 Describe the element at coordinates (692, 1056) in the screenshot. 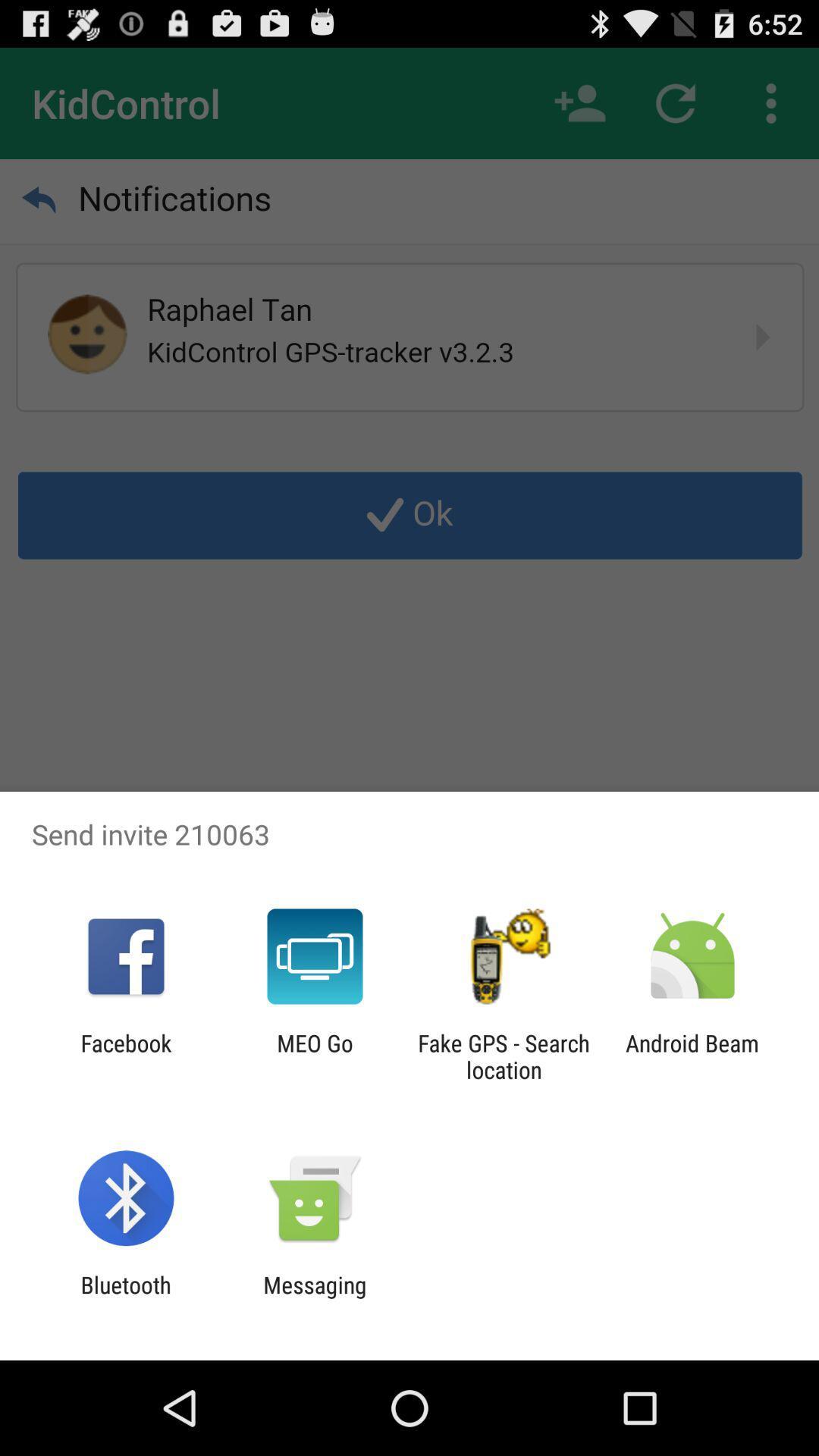

I see `the app next to fake gps search icon` at that location.